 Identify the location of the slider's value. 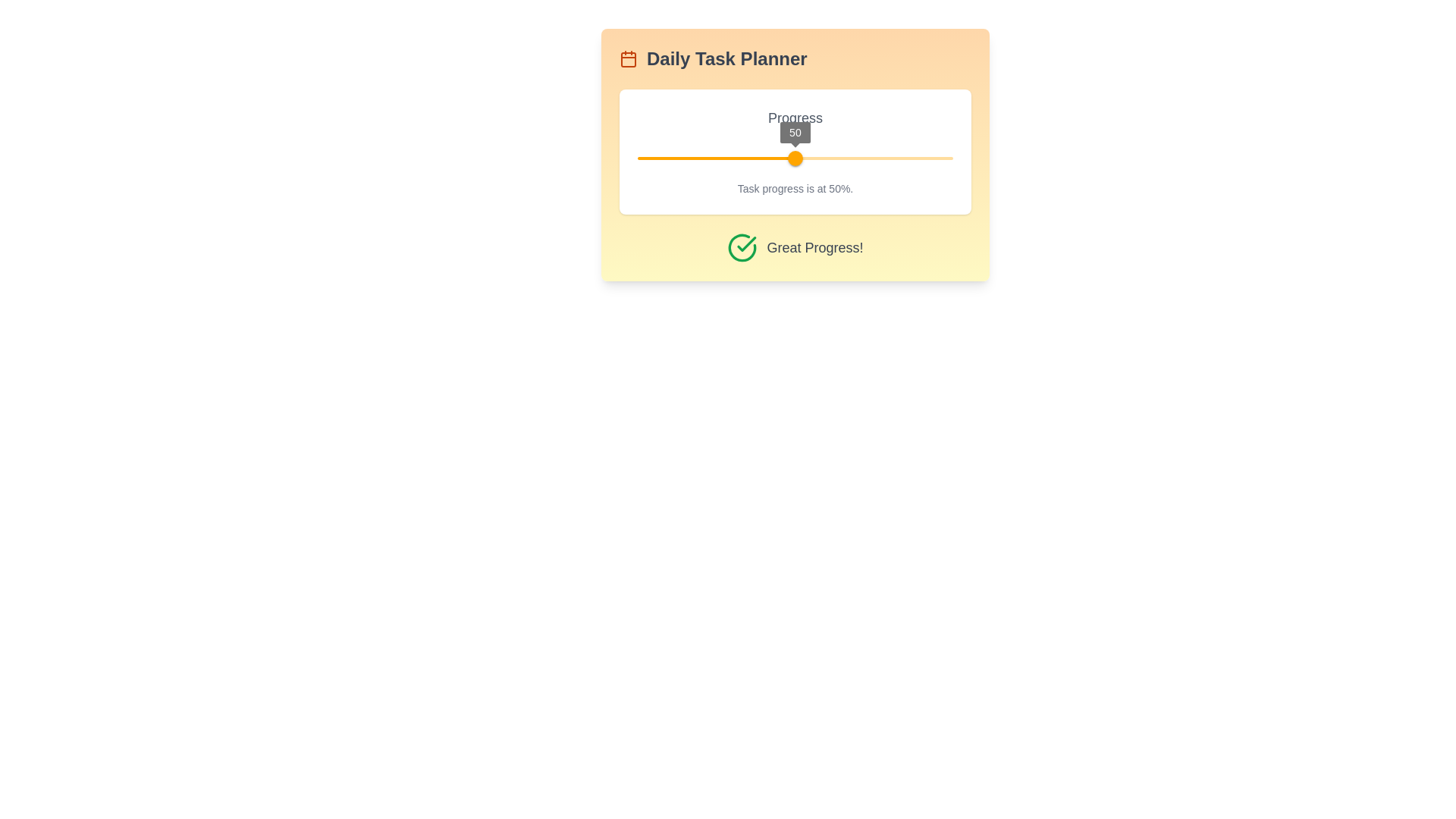
(764, 158).